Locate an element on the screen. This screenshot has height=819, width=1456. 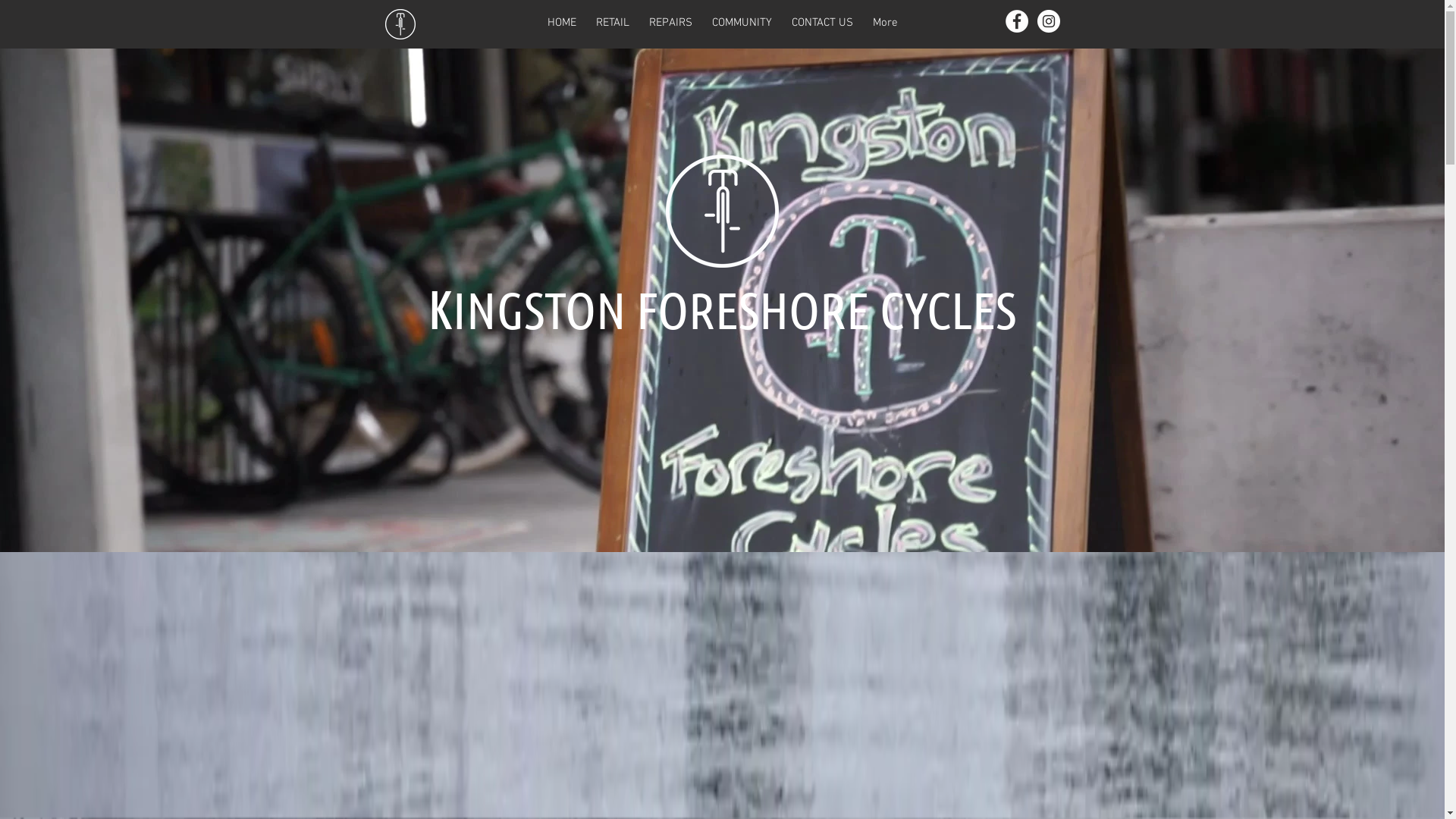
'HOME' is located at coordinates (537, 24).